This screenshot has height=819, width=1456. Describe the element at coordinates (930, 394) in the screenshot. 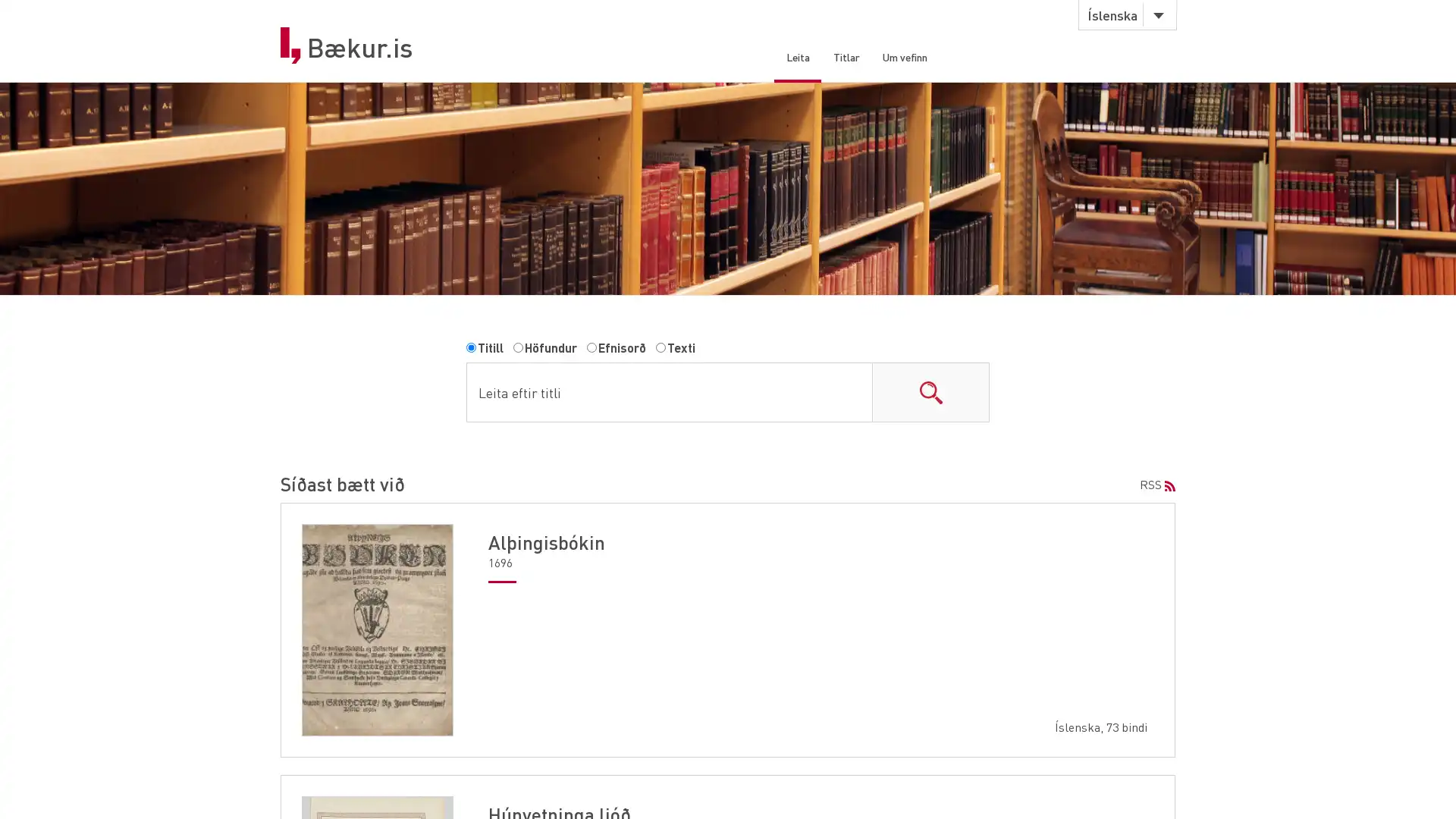

I see `search` at that location.